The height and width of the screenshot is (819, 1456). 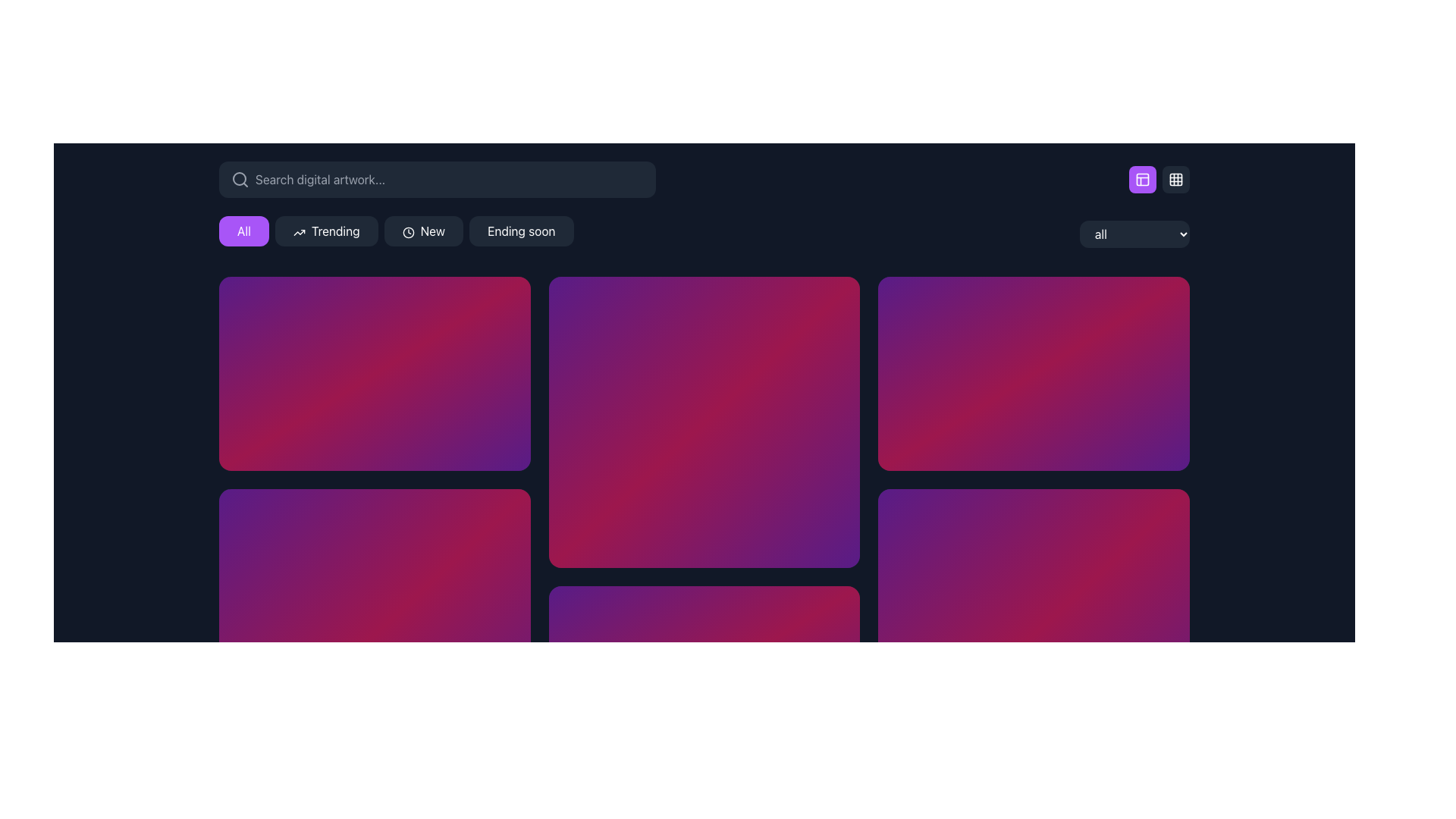 I want to click on the search bar at the top center of the interface used for looking up digital artworks, so click(x=436, y=178).